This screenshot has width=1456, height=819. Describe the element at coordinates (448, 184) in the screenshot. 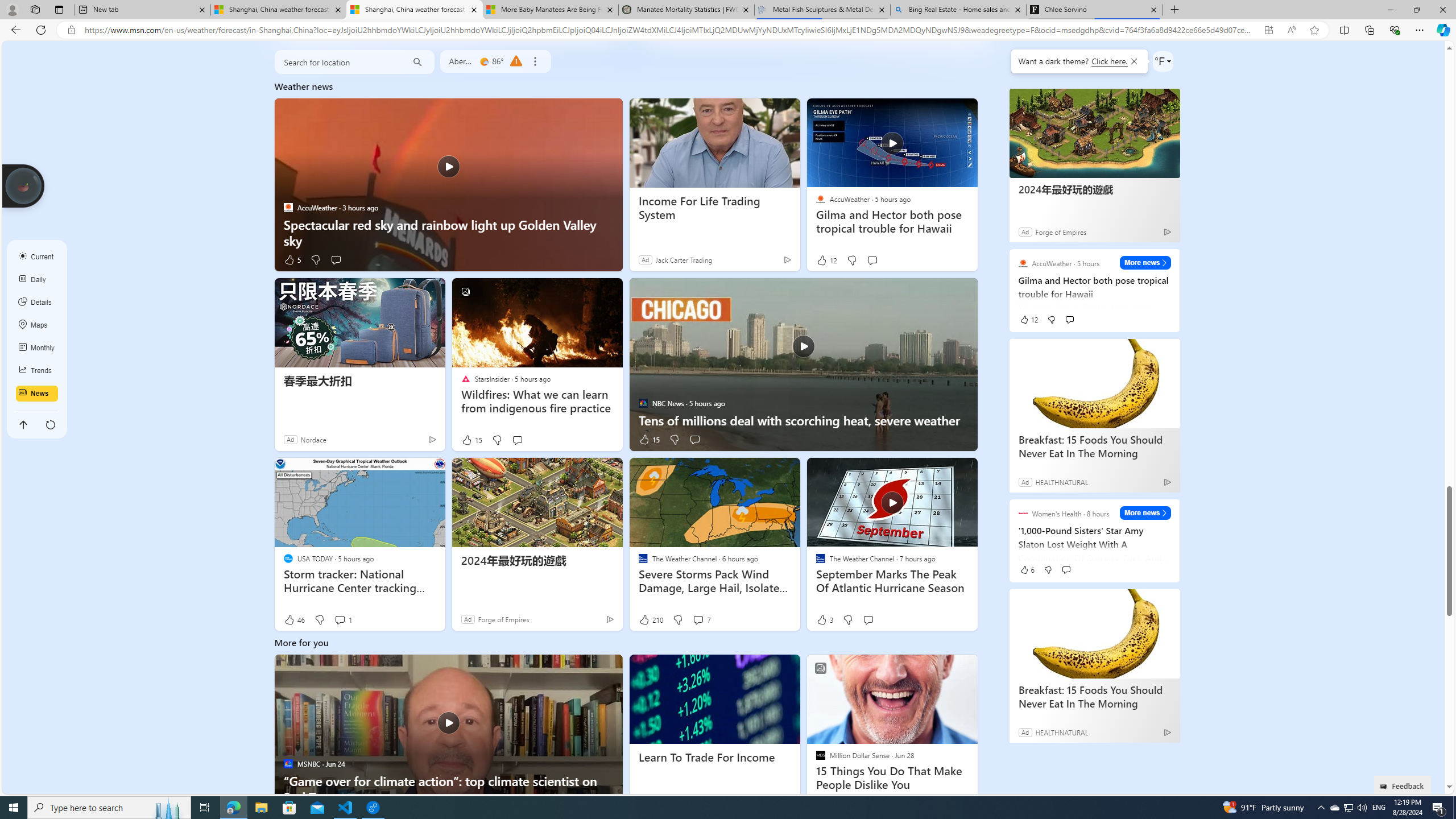

I see `'Spectacular red sky and rainbow light up Golden Valley sky'` at that location.